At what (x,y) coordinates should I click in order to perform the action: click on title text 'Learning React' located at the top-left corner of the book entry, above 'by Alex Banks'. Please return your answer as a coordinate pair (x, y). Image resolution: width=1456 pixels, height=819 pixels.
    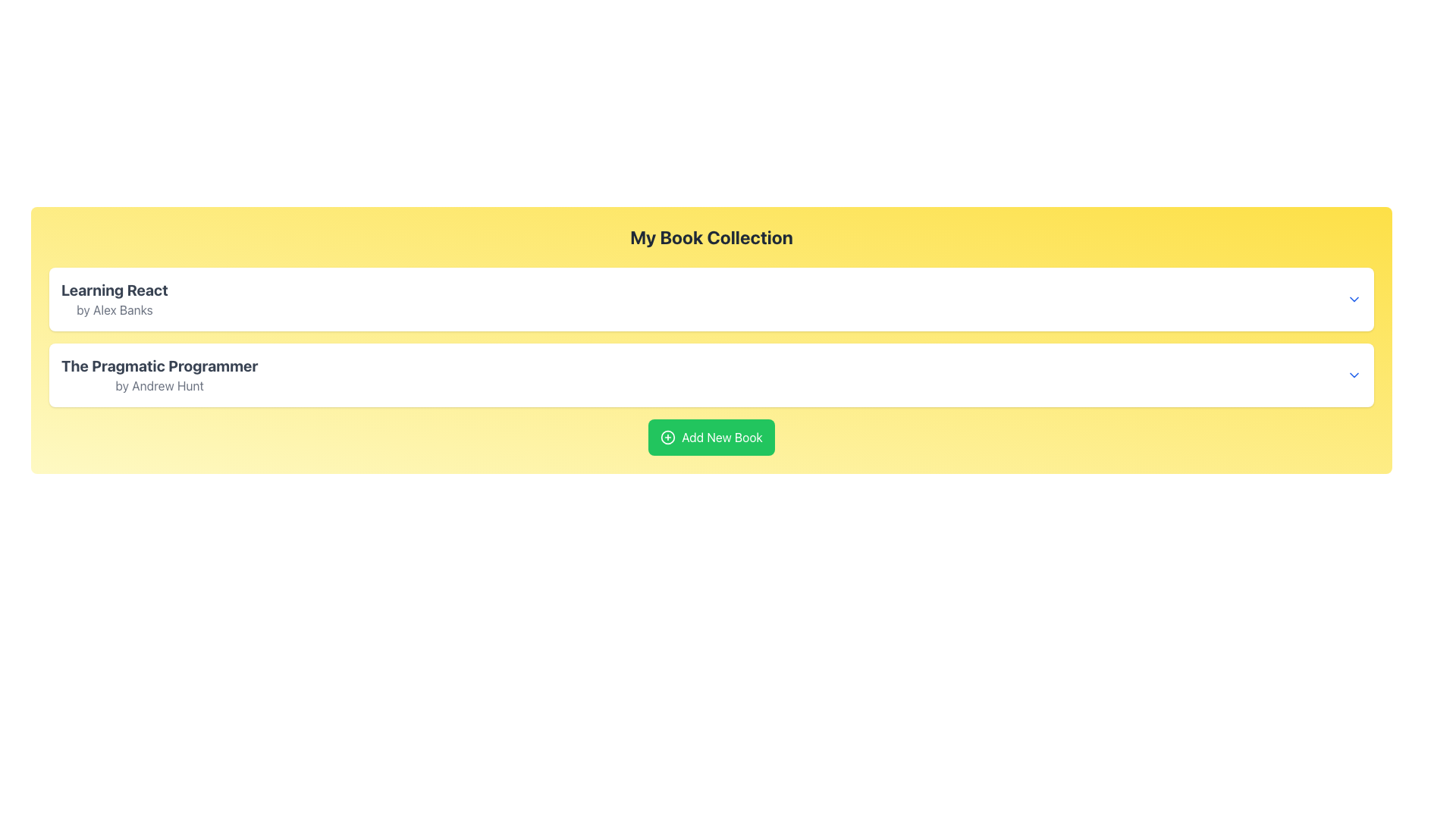
    Looking at the image, I should click on (114, 290).